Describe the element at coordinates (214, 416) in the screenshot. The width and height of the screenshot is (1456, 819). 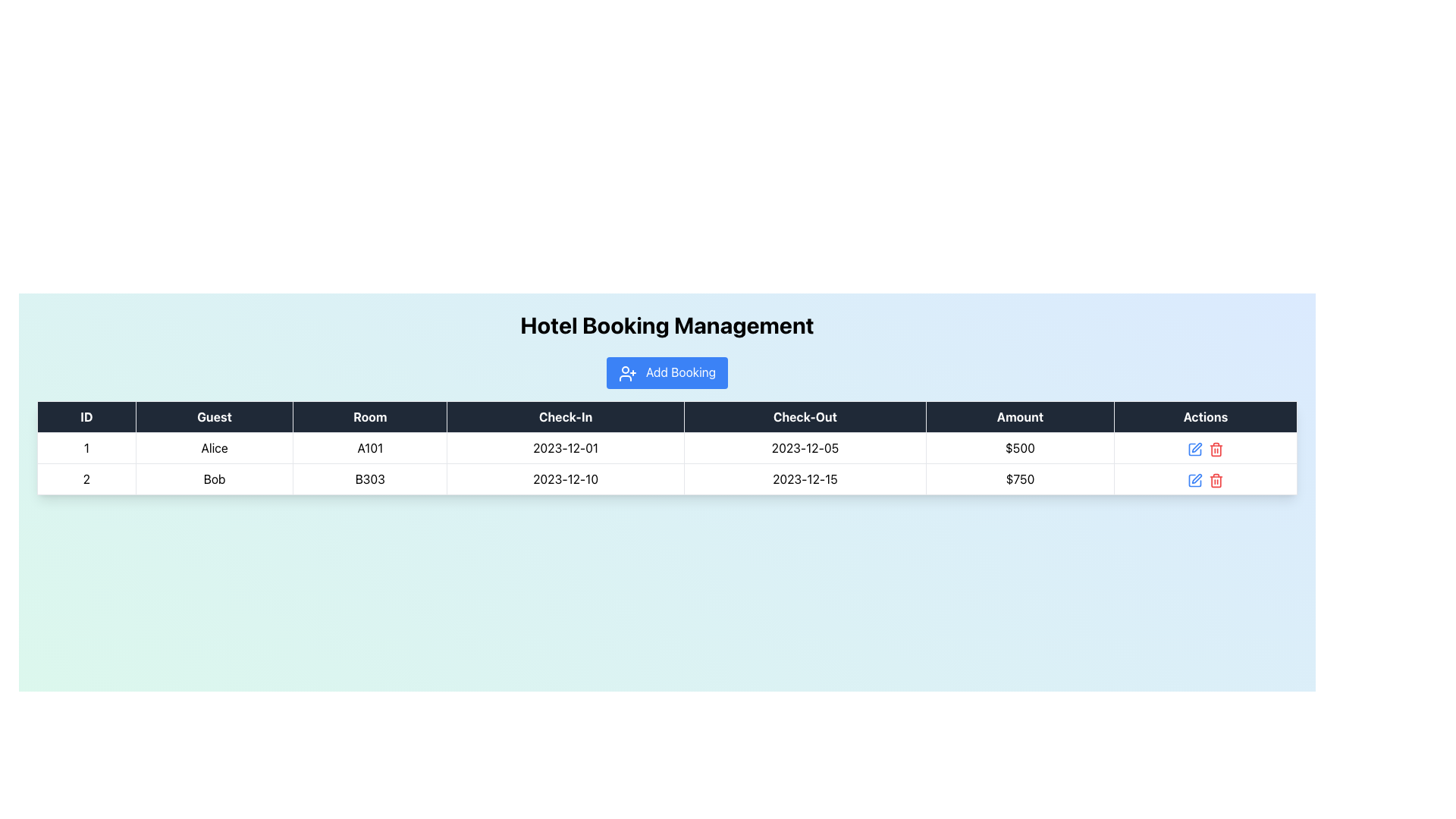
I see `the second table header that categorizes and labels guest-related data, positioned between the 'ID' header and the 'Room' header` at that location.